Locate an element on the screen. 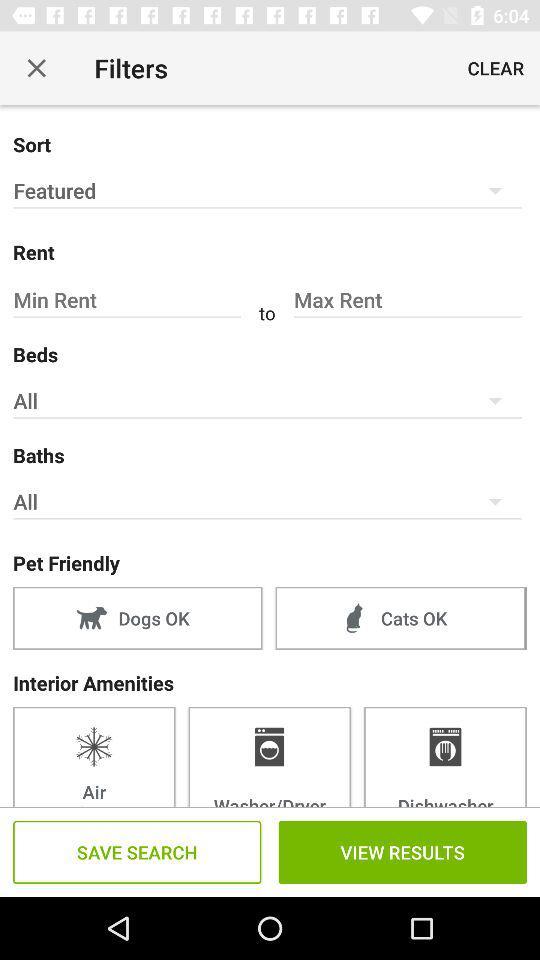  item above interior amenities is located at coordinates (136, 617).